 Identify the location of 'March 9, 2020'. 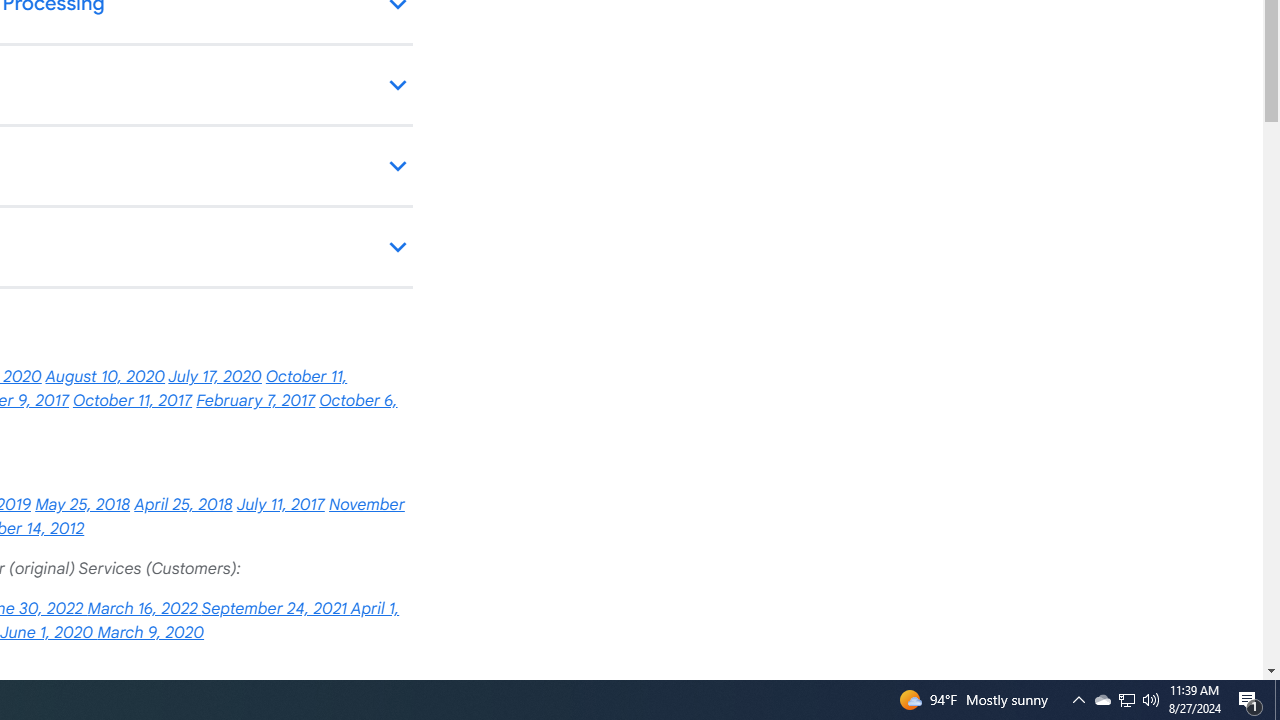
(150, 632).